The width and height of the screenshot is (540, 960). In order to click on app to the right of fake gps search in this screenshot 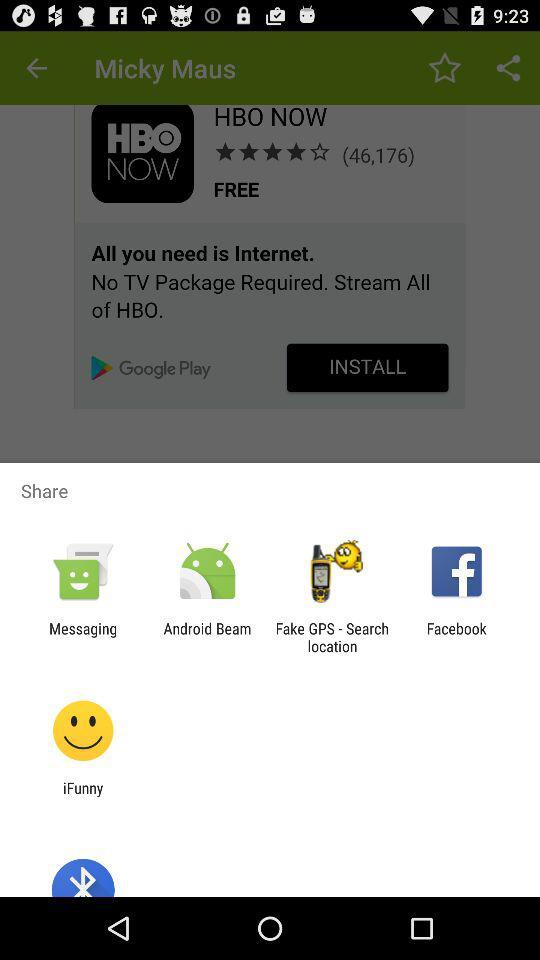, I will do `click(456, 636)`.